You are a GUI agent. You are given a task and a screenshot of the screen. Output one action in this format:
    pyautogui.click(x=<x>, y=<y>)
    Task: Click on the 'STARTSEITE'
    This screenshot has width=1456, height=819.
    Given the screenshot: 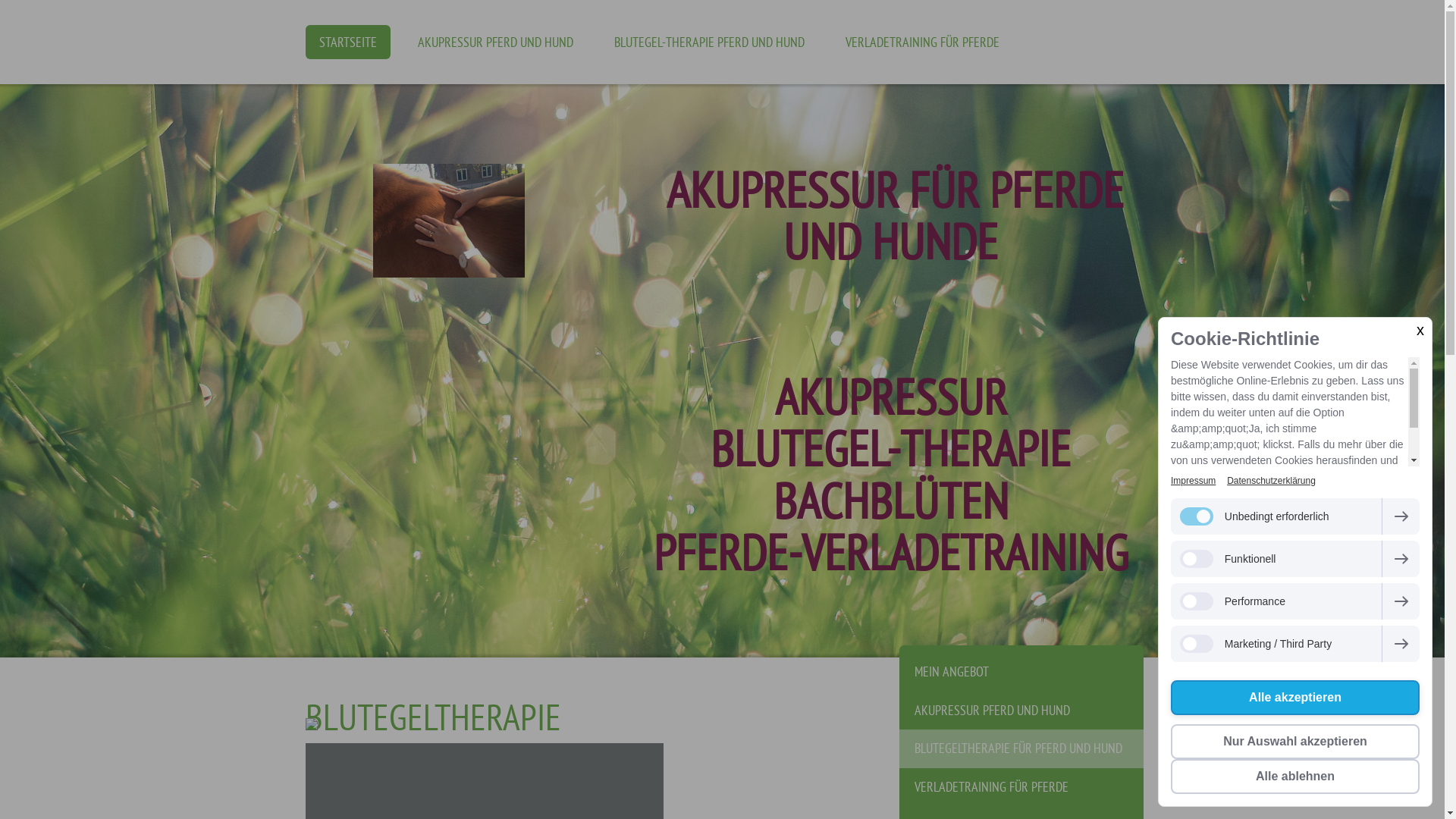 What is the action you would take?
    pyautogui.click(x=304, y=41)
    